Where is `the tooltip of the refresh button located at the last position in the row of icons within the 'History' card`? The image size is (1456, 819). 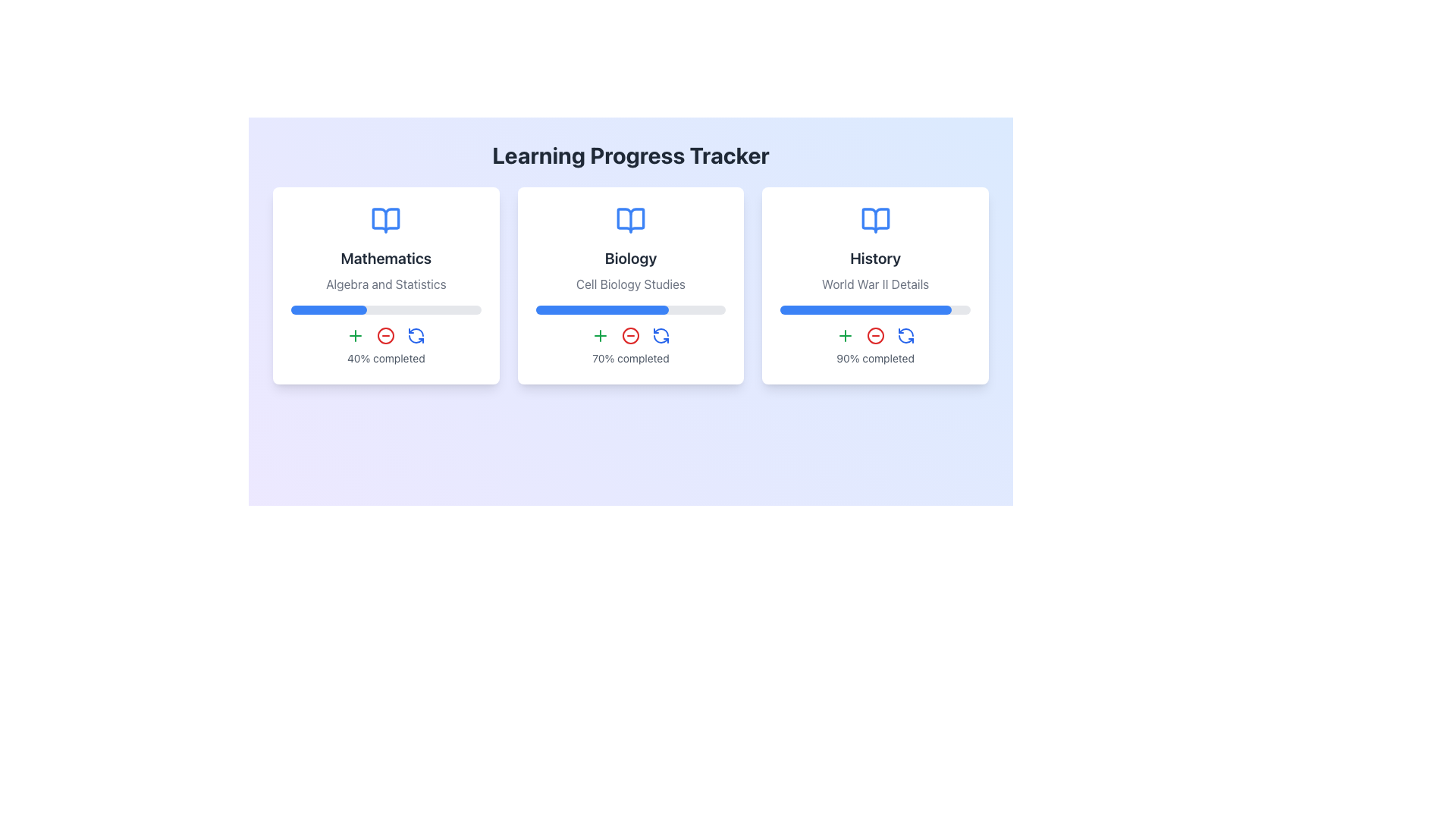 the tooltip of the refresh button located at the last position in the row of icons within the 'History' card is located at coordinates (905, 335).